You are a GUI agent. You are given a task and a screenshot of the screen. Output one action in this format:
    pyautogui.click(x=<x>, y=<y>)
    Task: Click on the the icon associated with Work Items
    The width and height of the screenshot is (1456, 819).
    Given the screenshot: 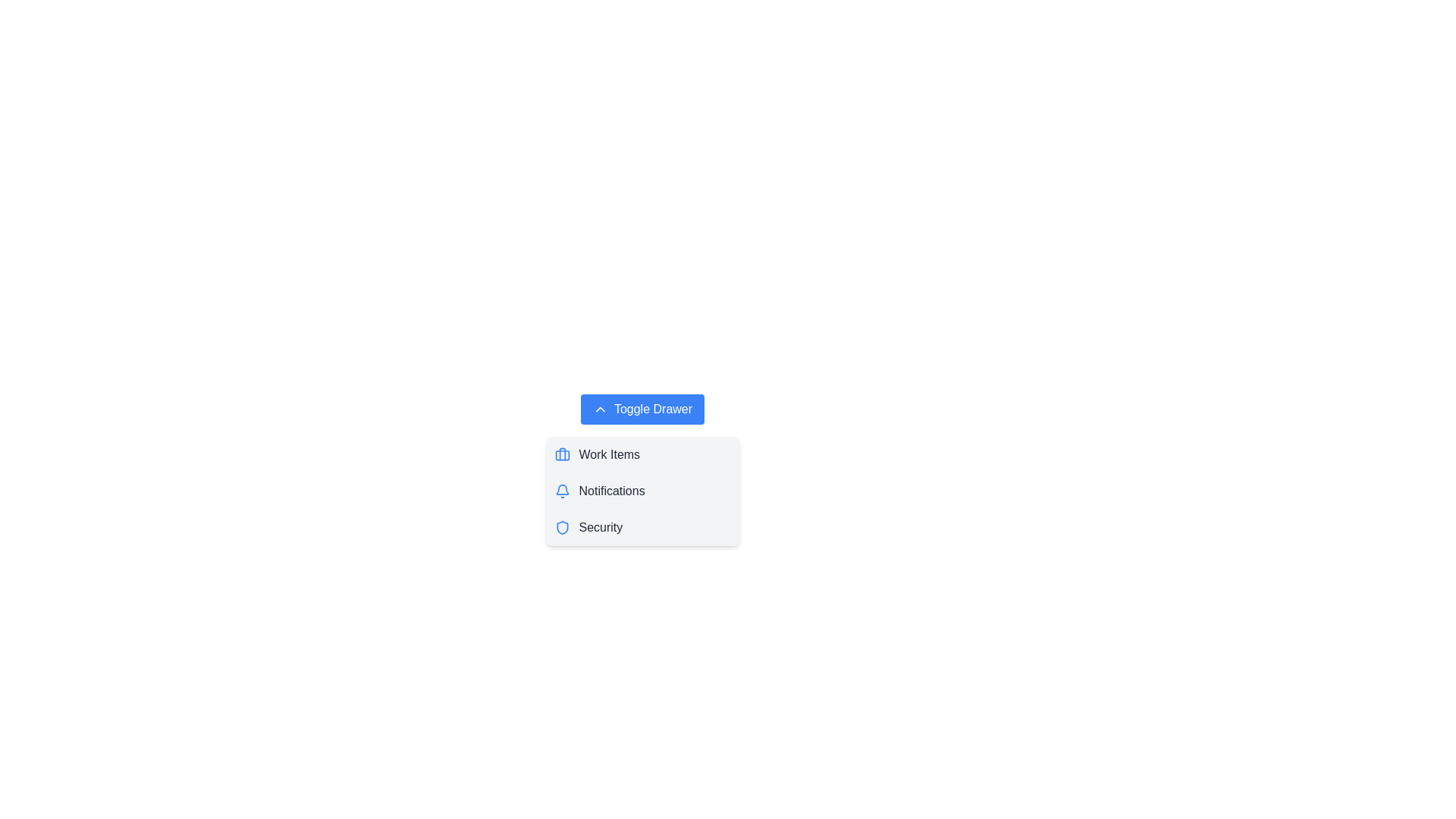 What is the action you would take?
    pyautogui.click(x=561, y=454)
    